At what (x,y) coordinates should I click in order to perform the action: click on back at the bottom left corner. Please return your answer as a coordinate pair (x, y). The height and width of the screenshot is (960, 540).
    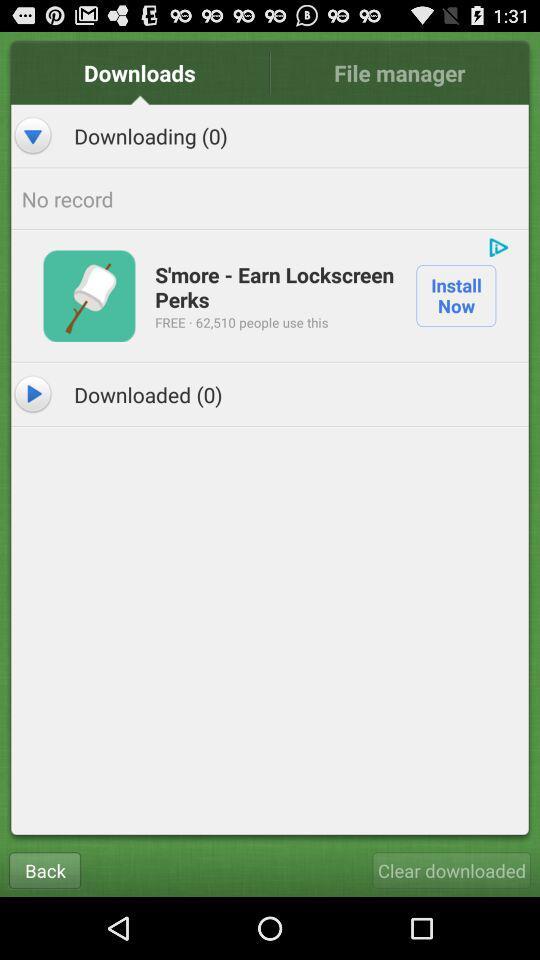
    Looking at the image, I should click on (44, 869).